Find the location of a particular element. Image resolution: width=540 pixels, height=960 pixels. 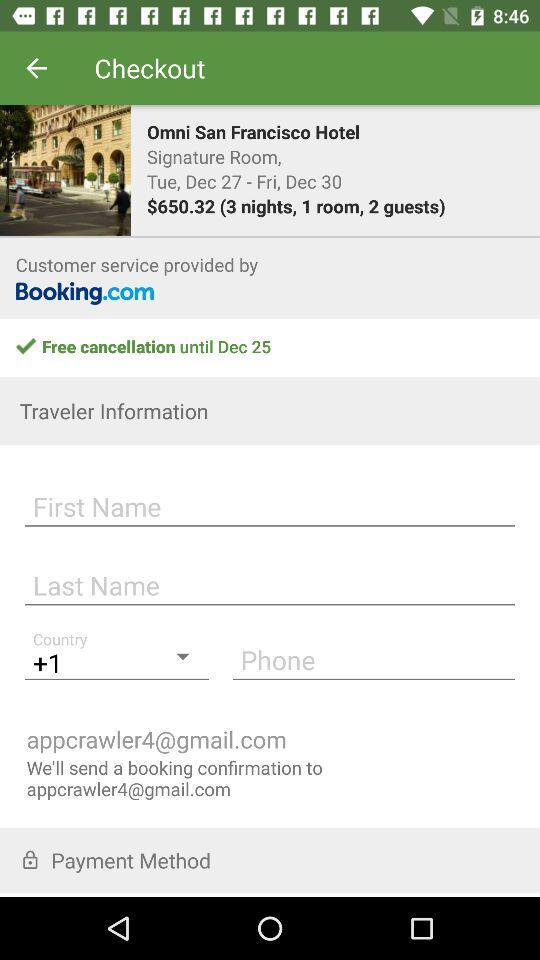

item to the left of the checkout item is located at coordinates (36, 68).